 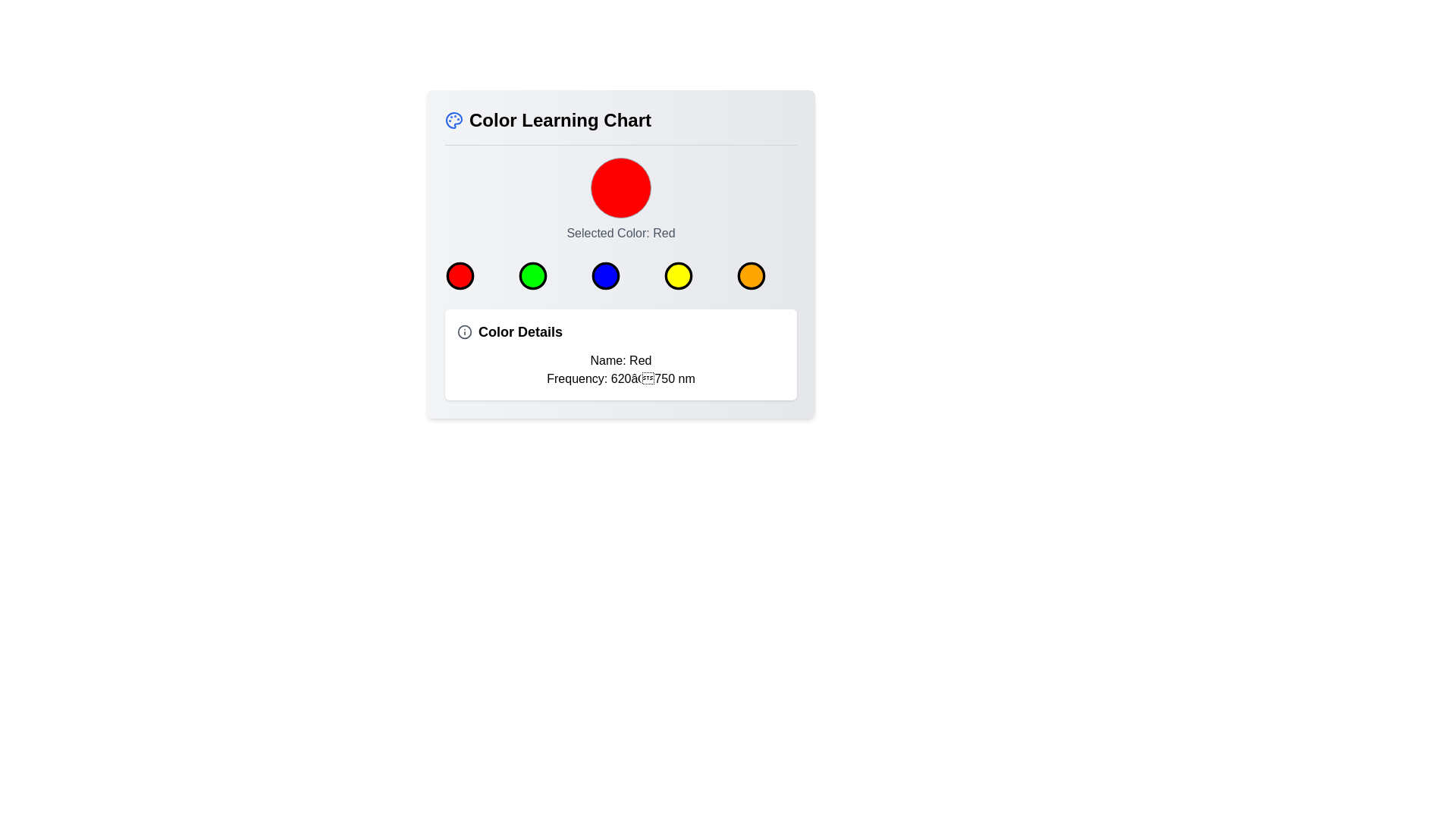 I want to click on the green color indicator button, so click(x=532, y=275).